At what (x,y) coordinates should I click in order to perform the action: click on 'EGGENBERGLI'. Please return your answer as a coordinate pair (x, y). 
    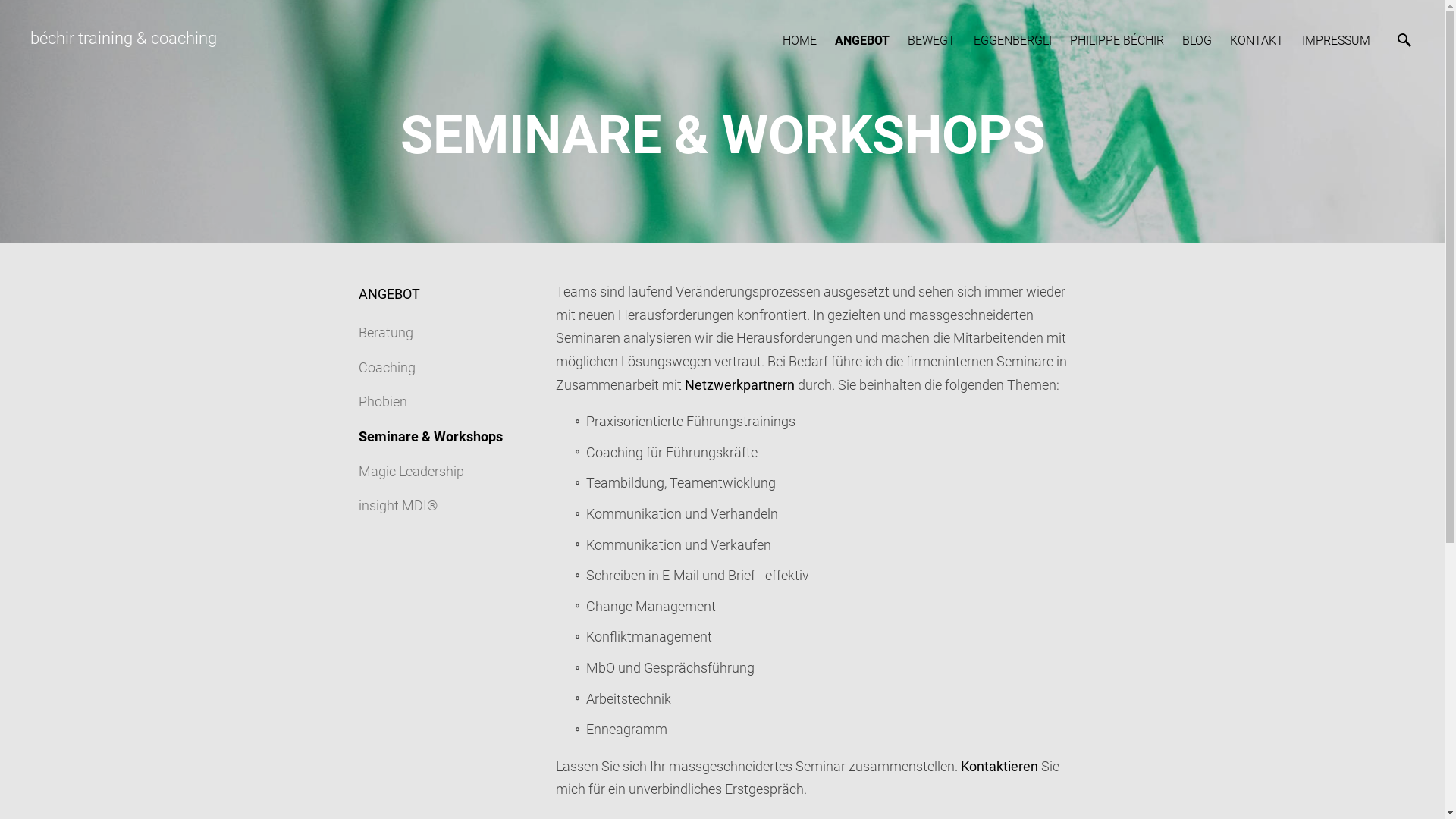
    Looking at the image, I should click on (1012, 39).